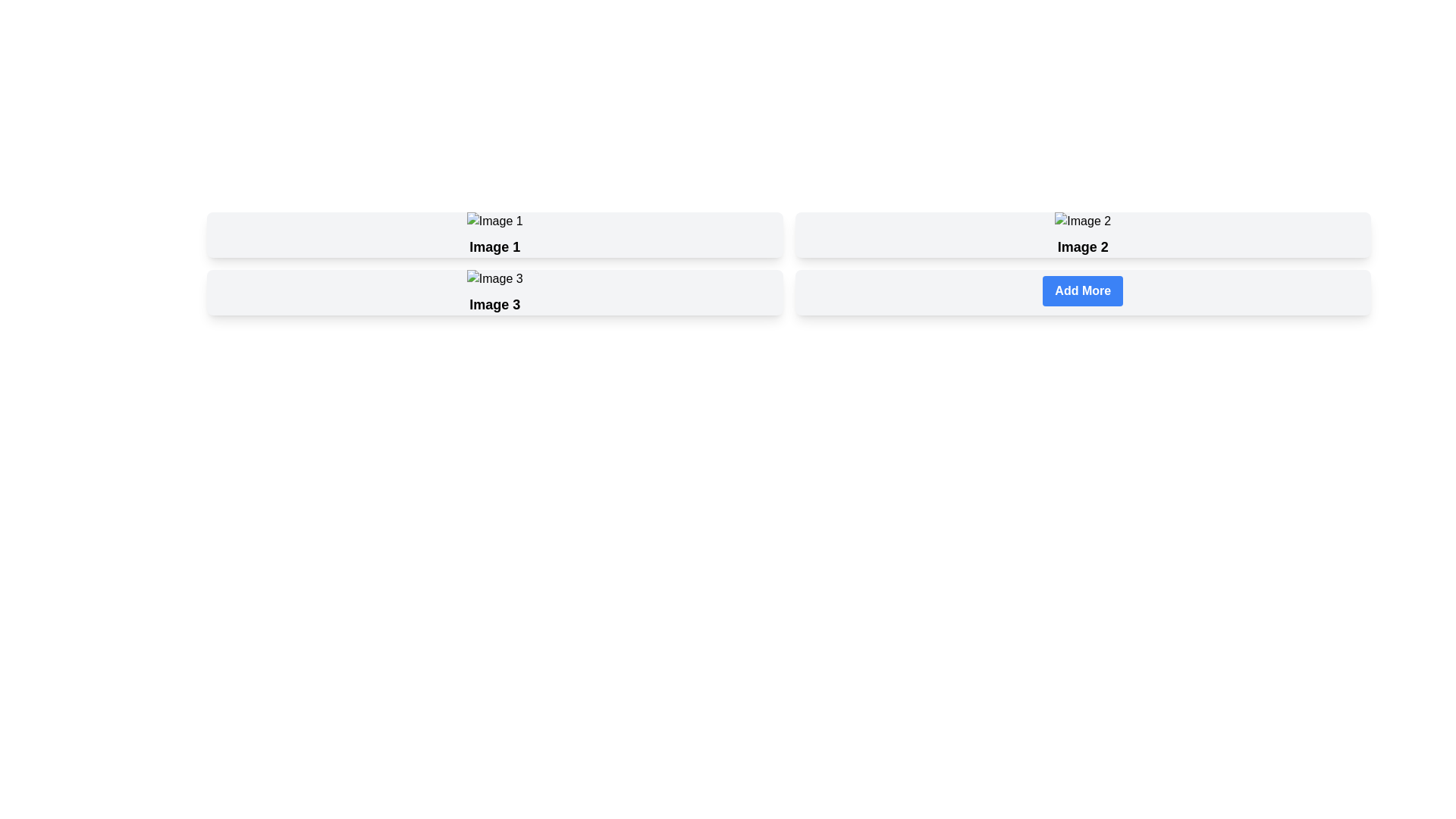  Describe the element at coordinates (494, 292) in the screenshot. I see `the third card in the grid layout that displays a placeholder for 'Image 3' and its associated label` at that location.